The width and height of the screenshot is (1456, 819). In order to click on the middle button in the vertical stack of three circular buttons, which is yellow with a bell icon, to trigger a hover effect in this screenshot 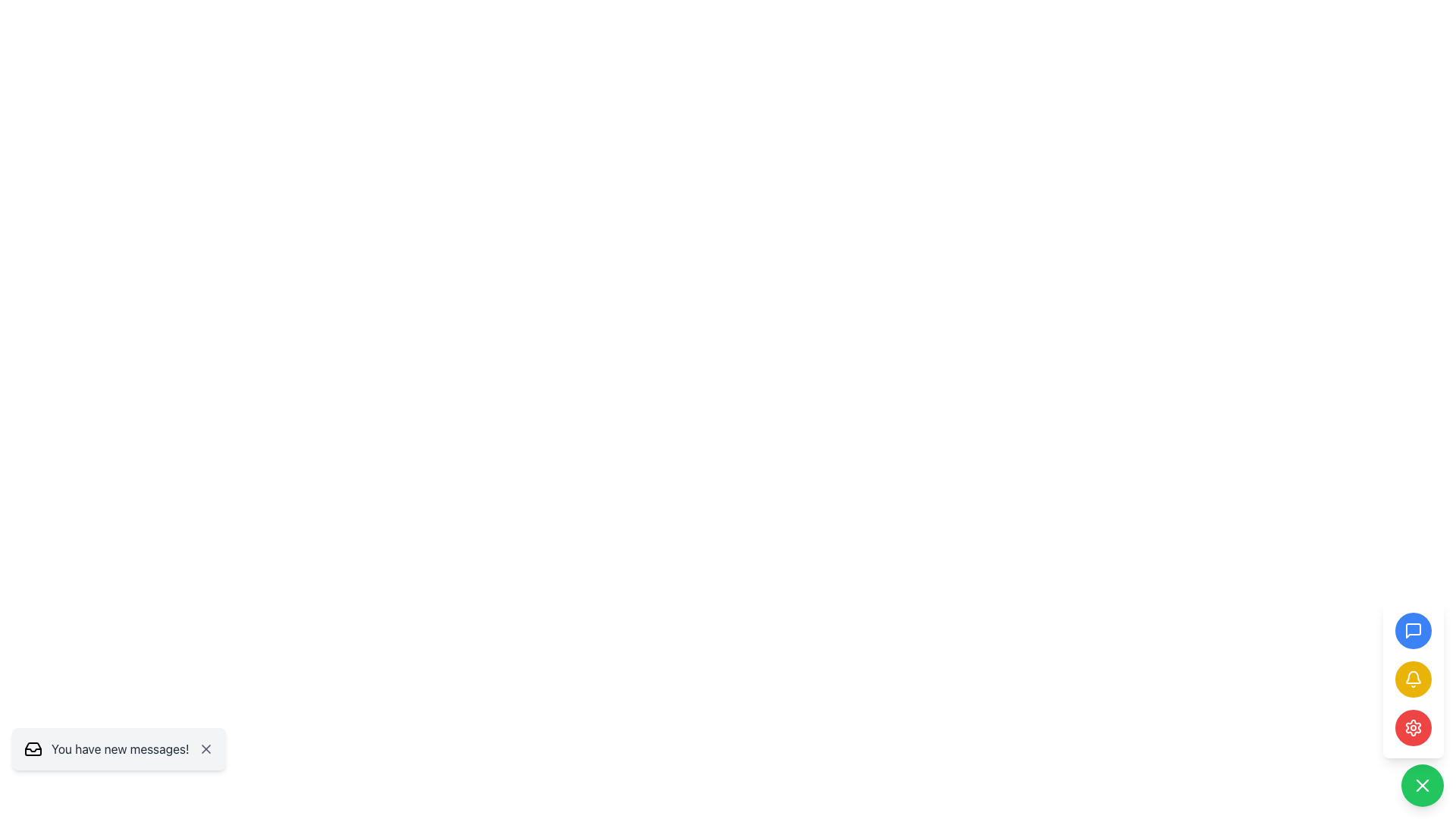, I will do `click(1412, 678)`.